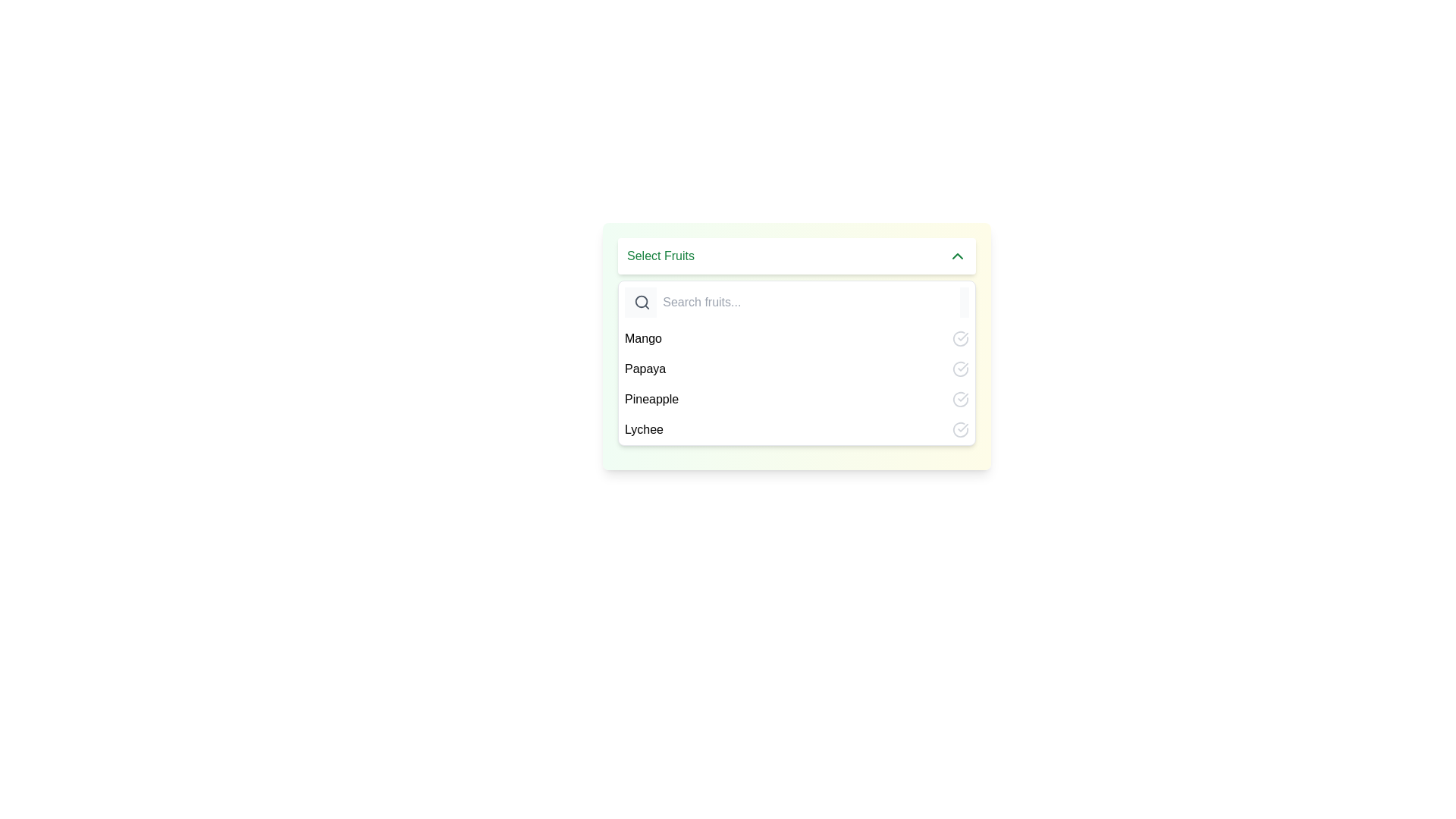  I want to click on the circular shape of the search icon located inside the 'Search fruits...' input field, which is outlined in gray and positioned to the left of the input field, so click(642, 302).